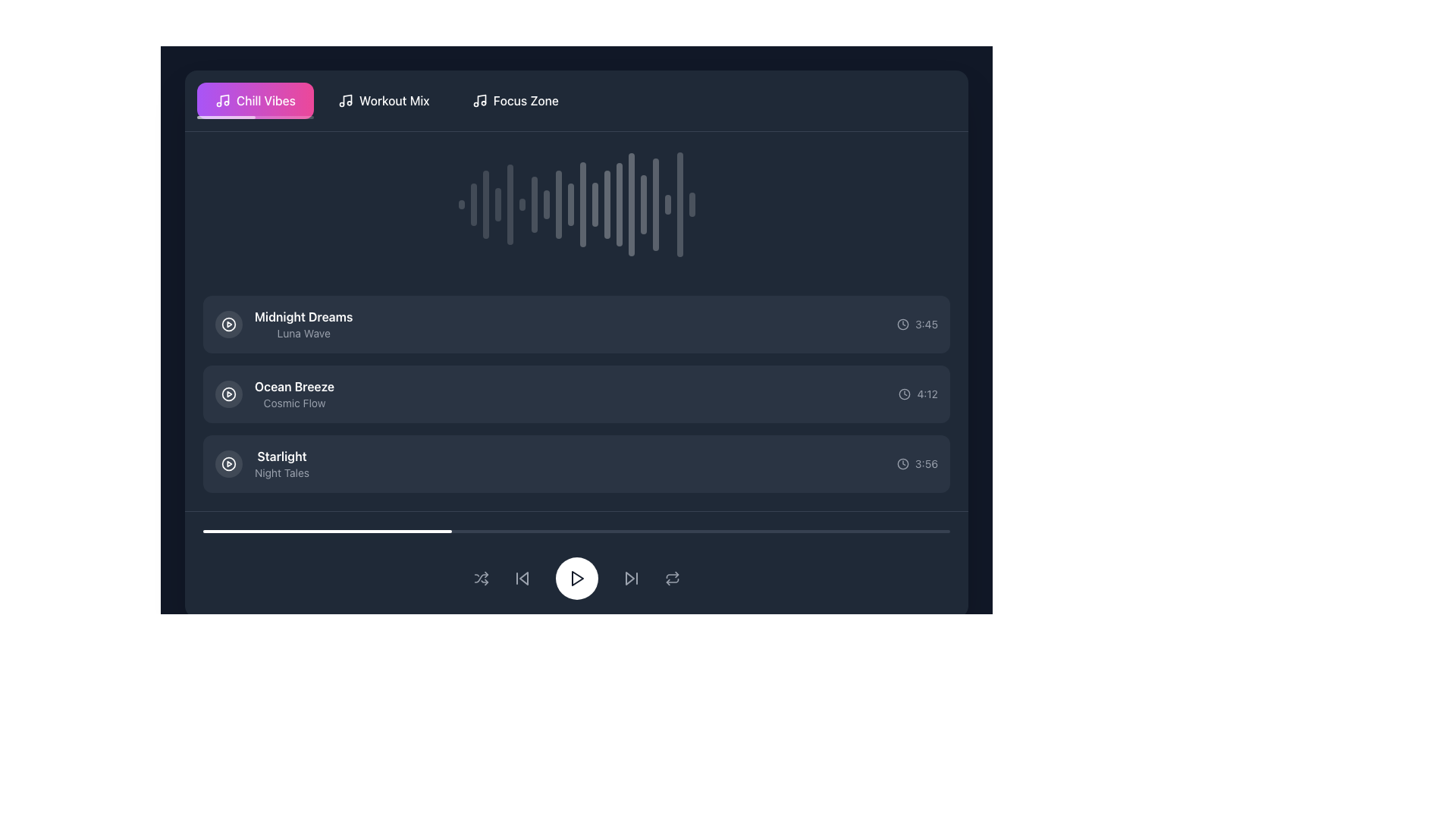  Describe the element at coordinates (284, 324) in the screenshot. I see `the first list item labeled 'Midnight Dreams' with a circular play icon` at that location.